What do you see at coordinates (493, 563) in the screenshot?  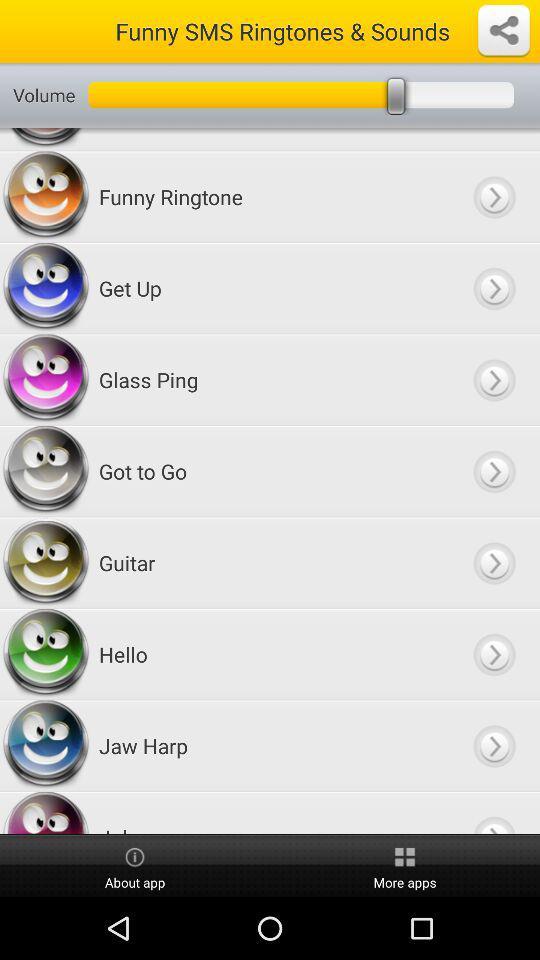 I see `play` at bounding box center [493, 563].